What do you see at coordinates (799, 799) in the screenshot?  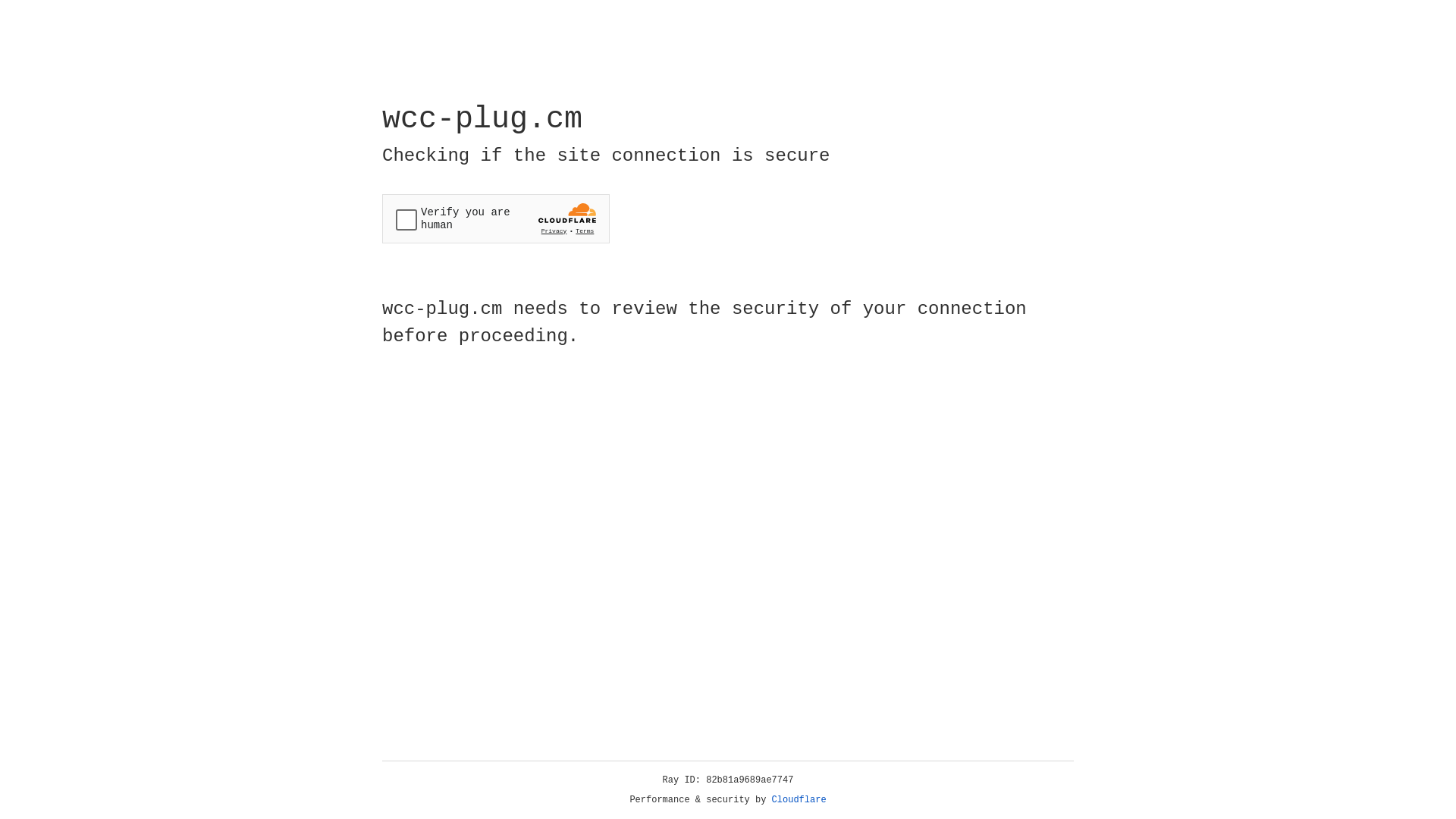 I see `'Cloudflare'` at bounding box center [799, 799].